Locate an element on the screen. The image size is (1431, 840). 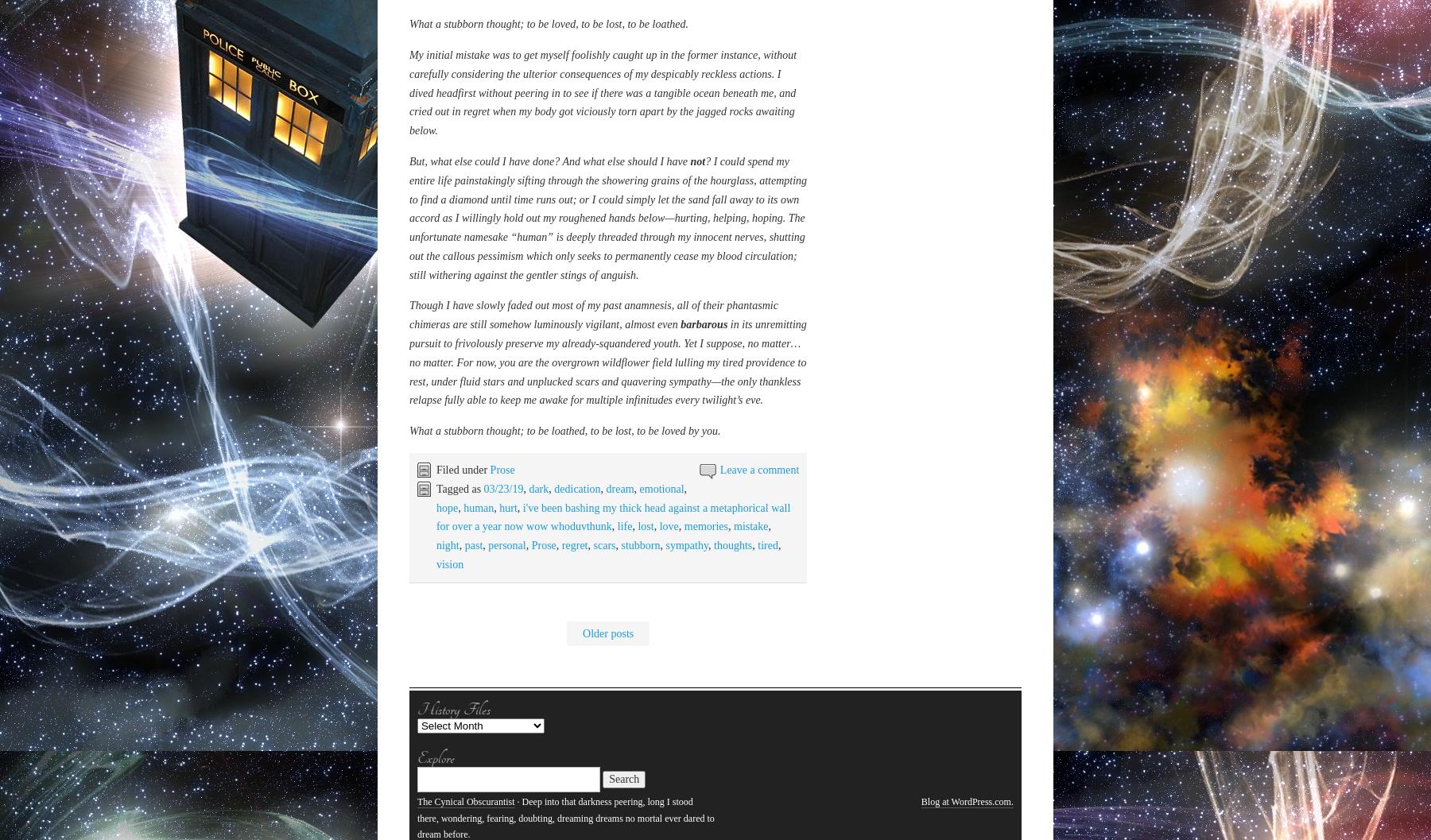
'Poetry' is located at coordinates (489, 335).